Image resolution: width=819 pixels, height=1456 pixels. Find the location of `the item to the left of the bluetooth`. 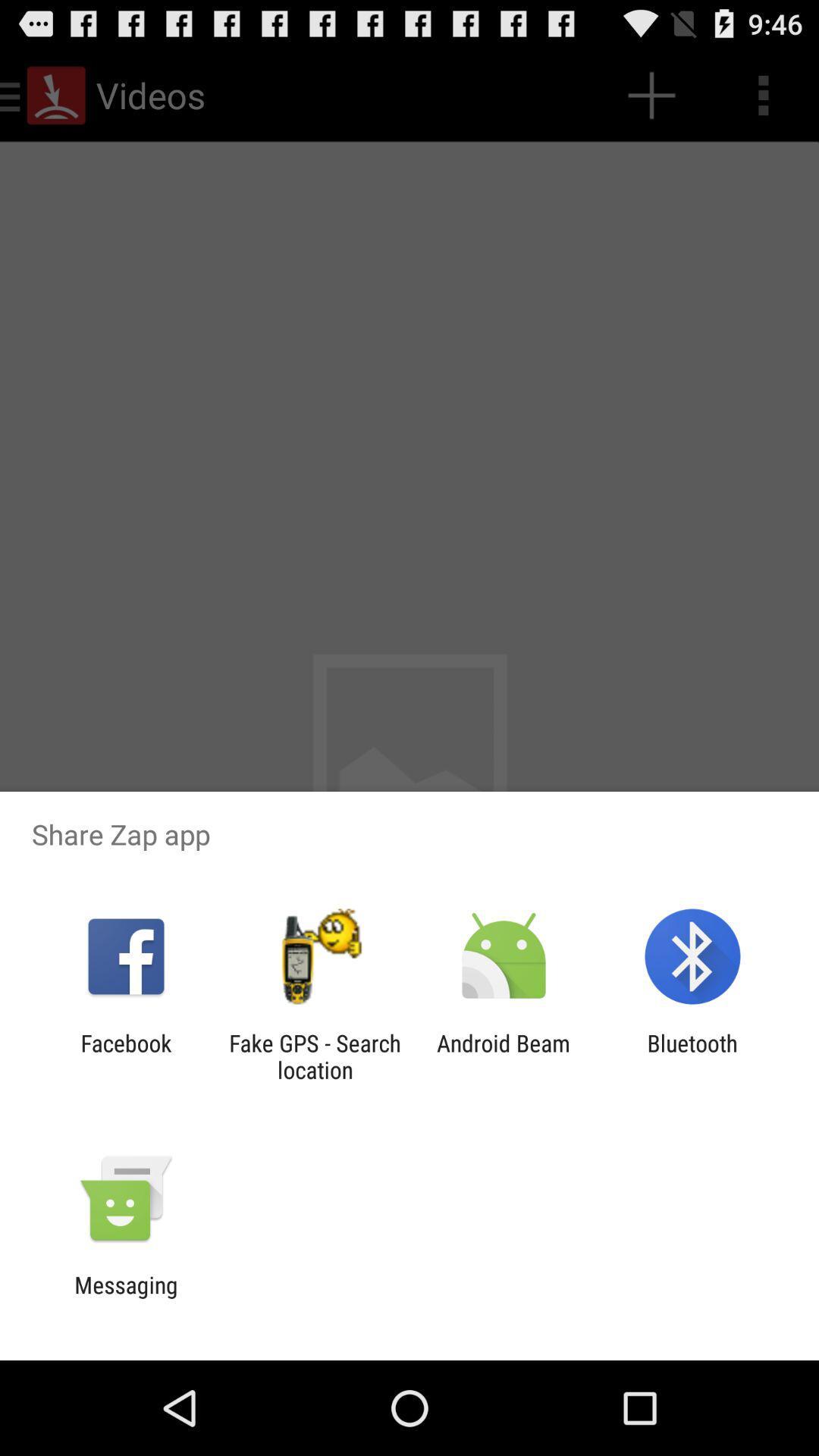

the item to the left of the bluetooth is located at coordinates (504, 1056).